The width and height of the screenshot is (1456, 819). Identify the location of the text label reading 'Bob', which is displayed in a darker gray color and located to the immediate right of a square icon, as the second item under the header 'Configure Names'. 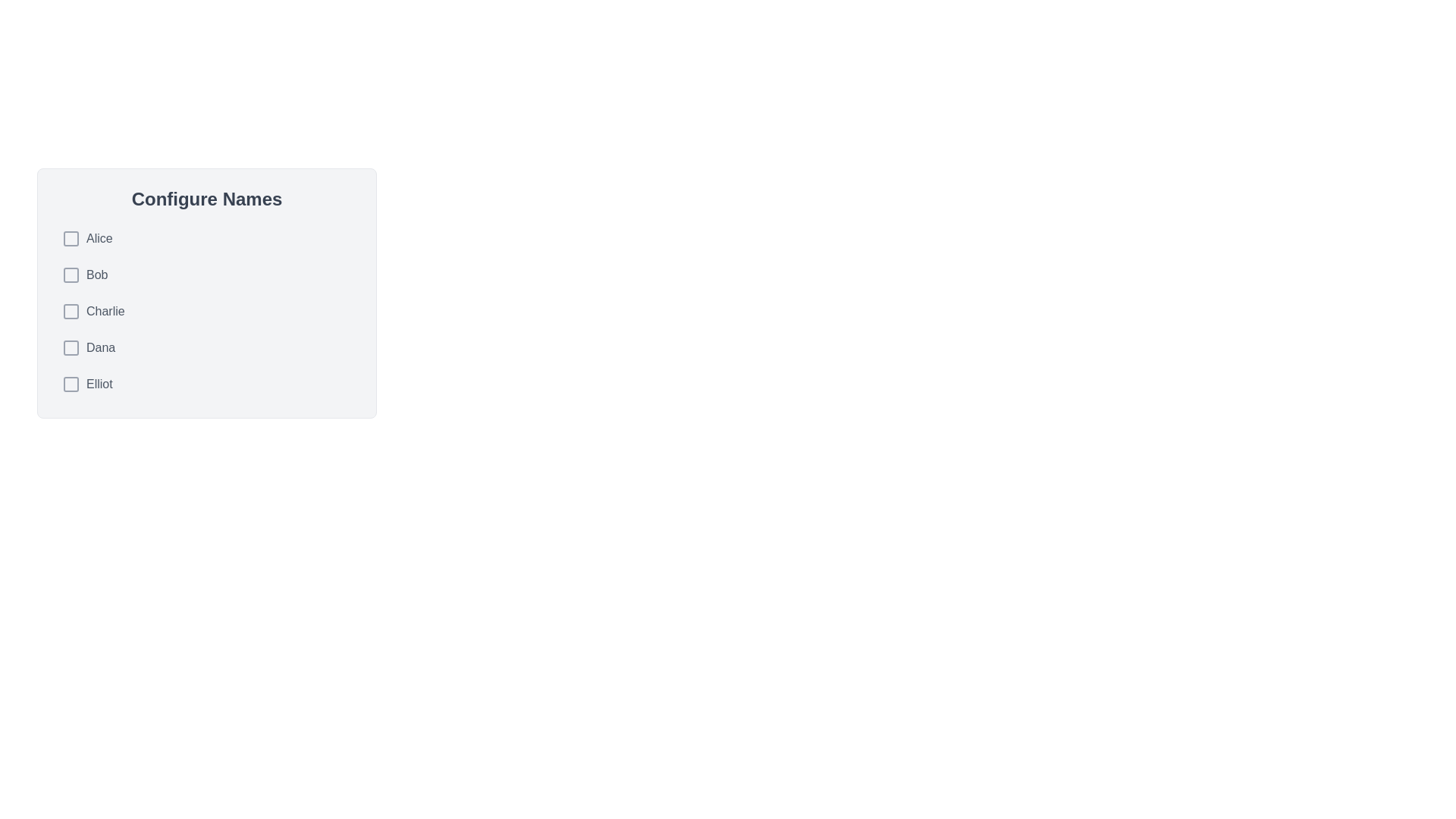
(84, 275).